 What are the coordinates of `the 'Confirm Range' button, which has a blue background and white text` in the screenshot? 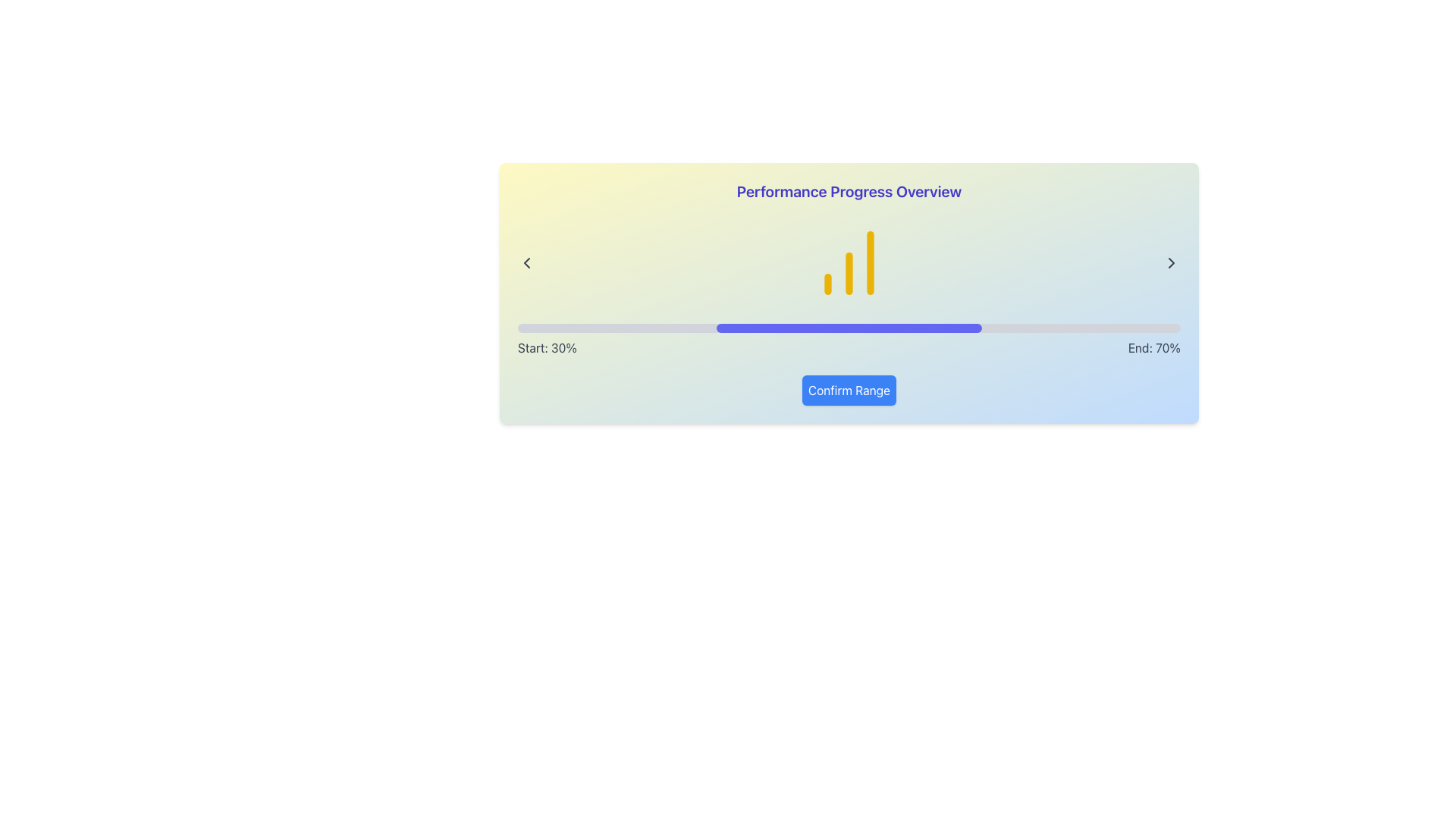 It's located at (848, 390).